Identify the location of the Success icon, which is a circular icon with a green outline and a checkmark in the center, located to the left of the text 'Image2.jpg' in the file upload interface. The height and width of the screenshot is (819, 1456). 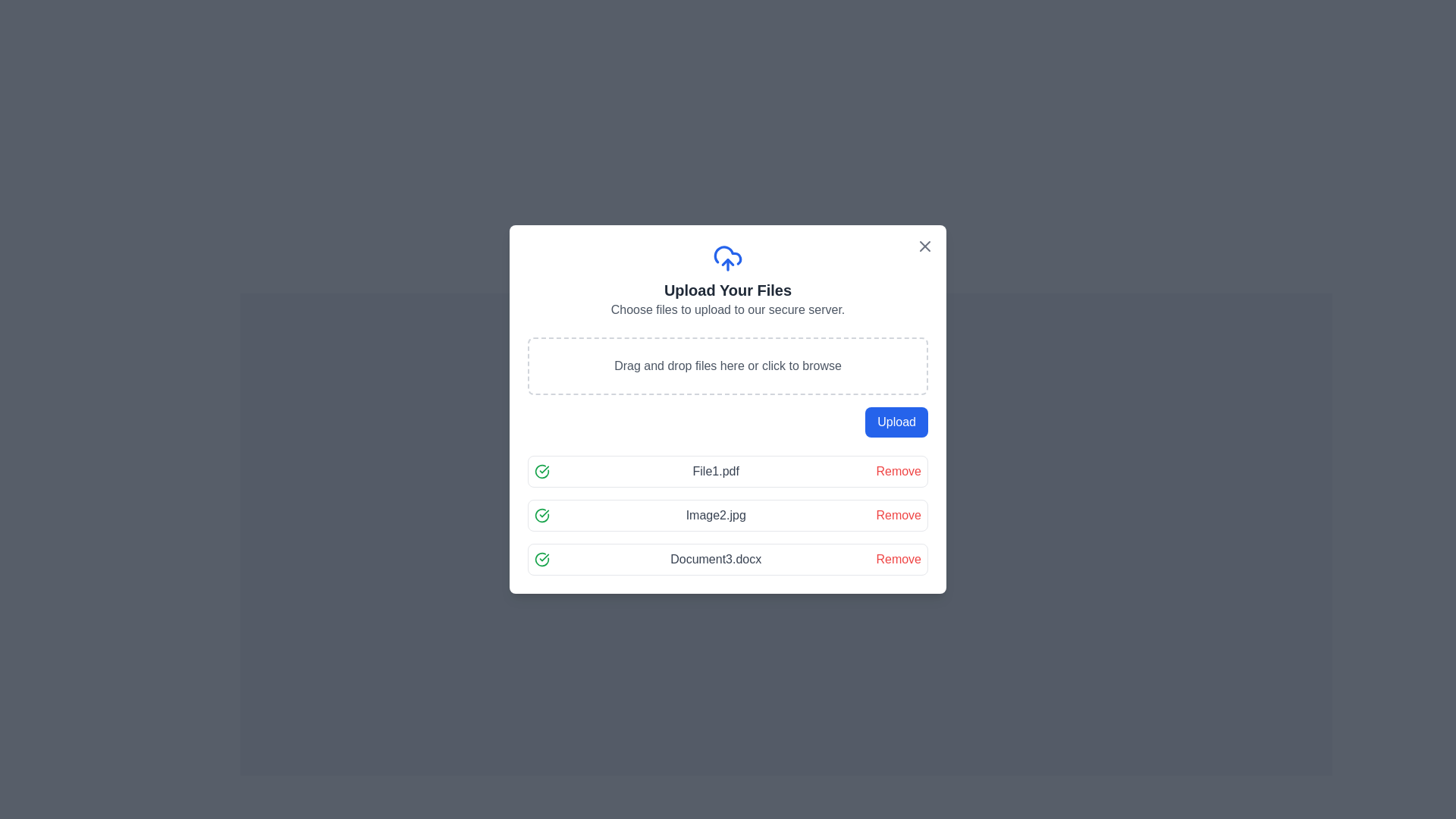
(542, 514).